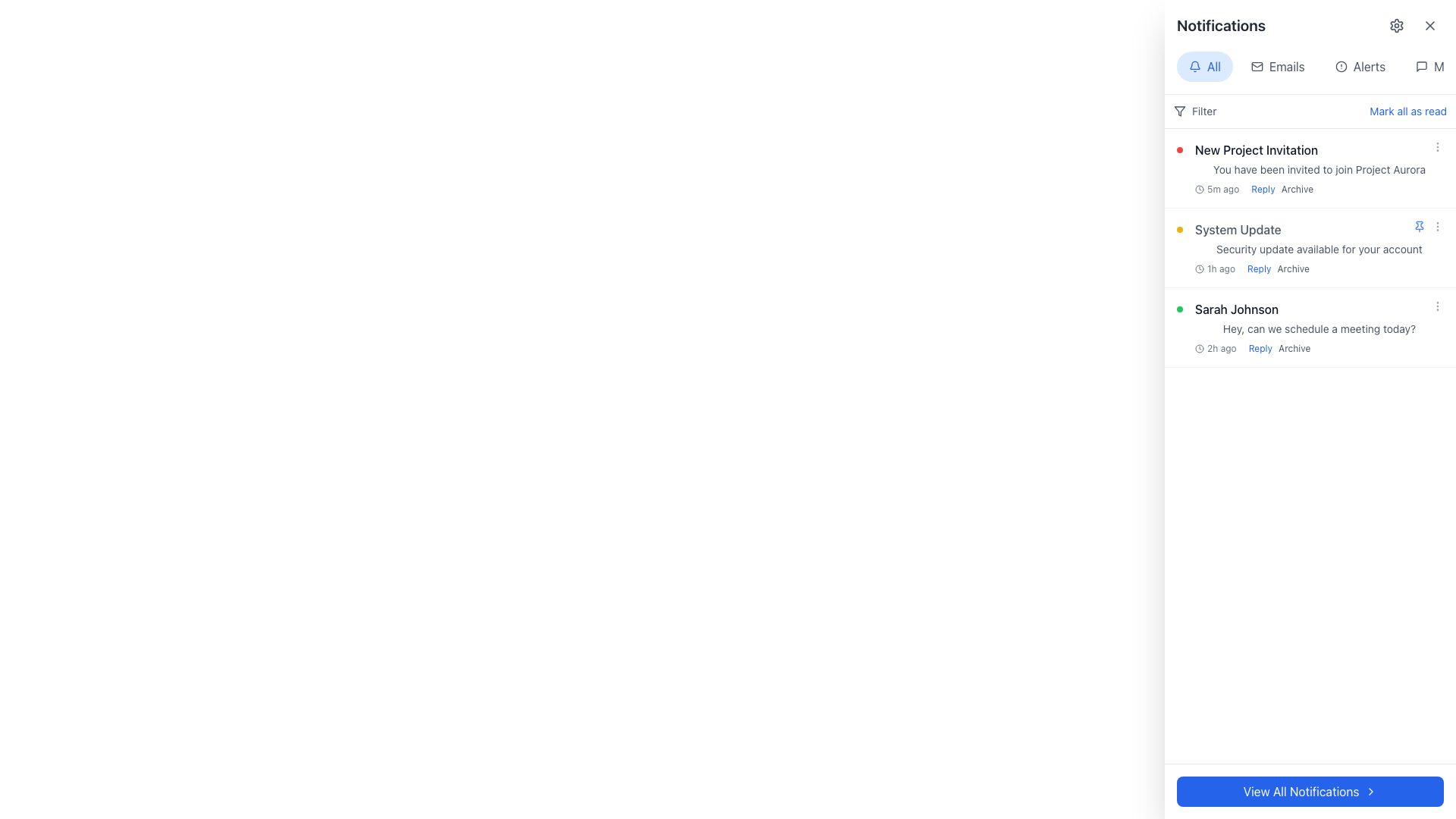  Describe the element at coordinates (1257, 66) in the screenshot. I see `the email notification filter icon located second in the row of icons, left of the 'Emails' label, to filter or access email notifications` at that location.